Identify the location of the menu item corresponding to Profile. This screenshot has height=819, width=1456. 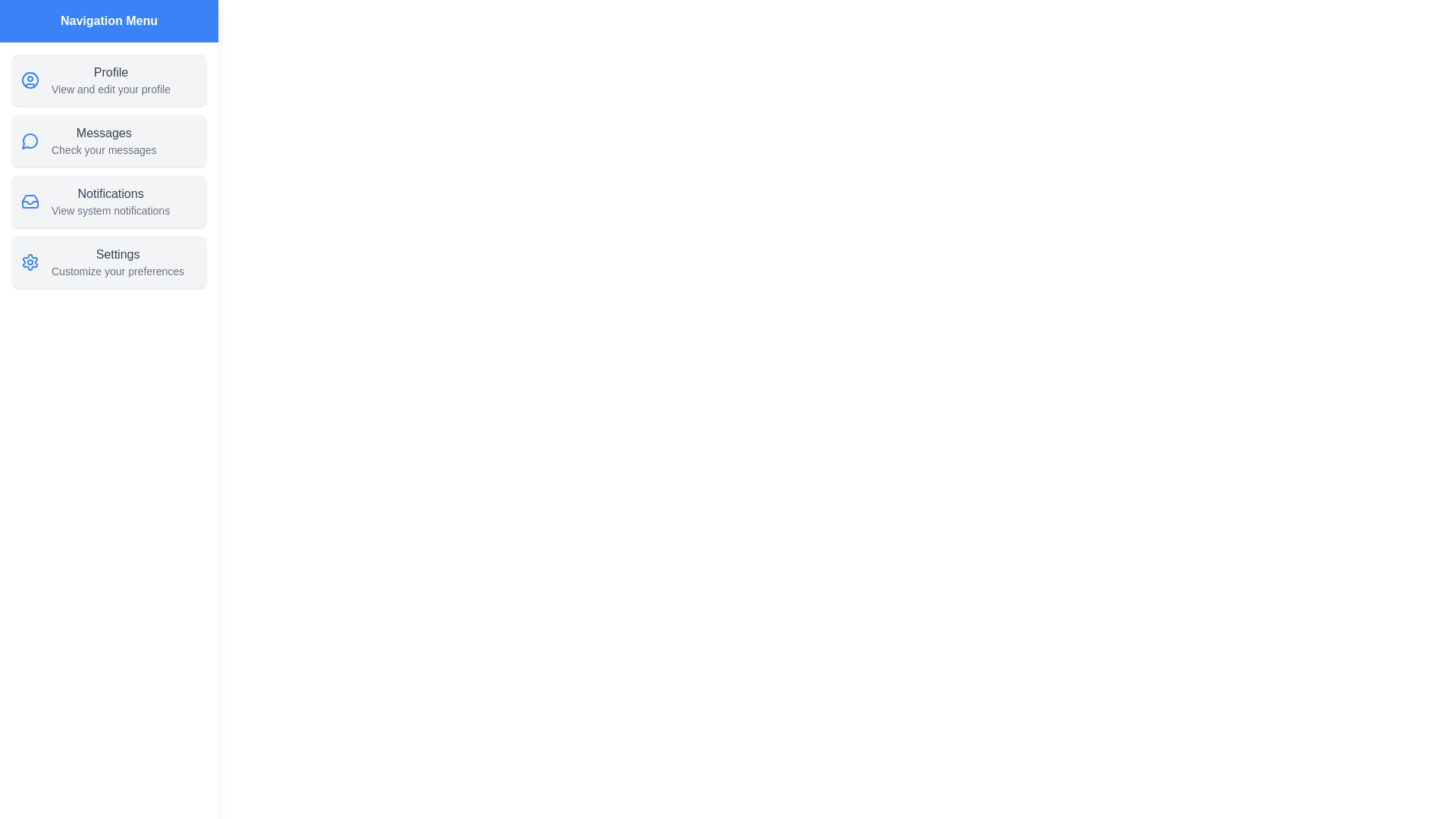
(108, 80).